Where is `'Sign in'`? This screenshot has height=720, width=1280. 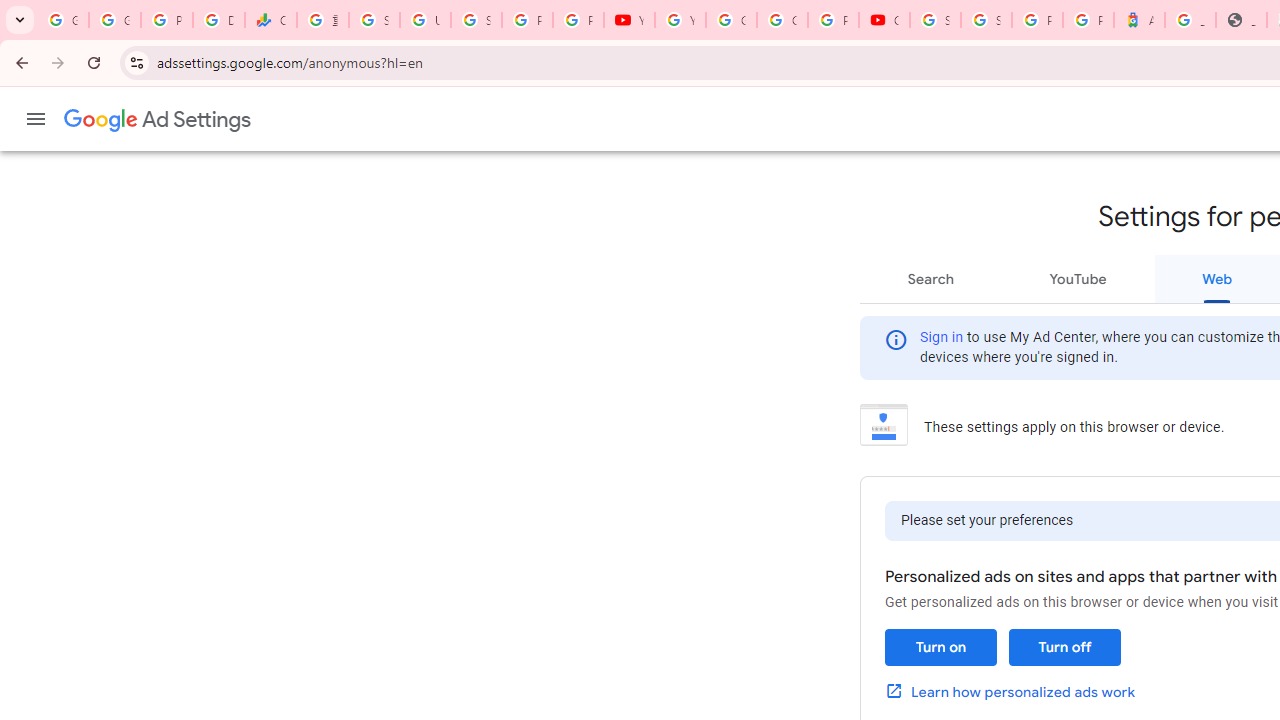 'Sign in' is located at coordinates (941, 336).